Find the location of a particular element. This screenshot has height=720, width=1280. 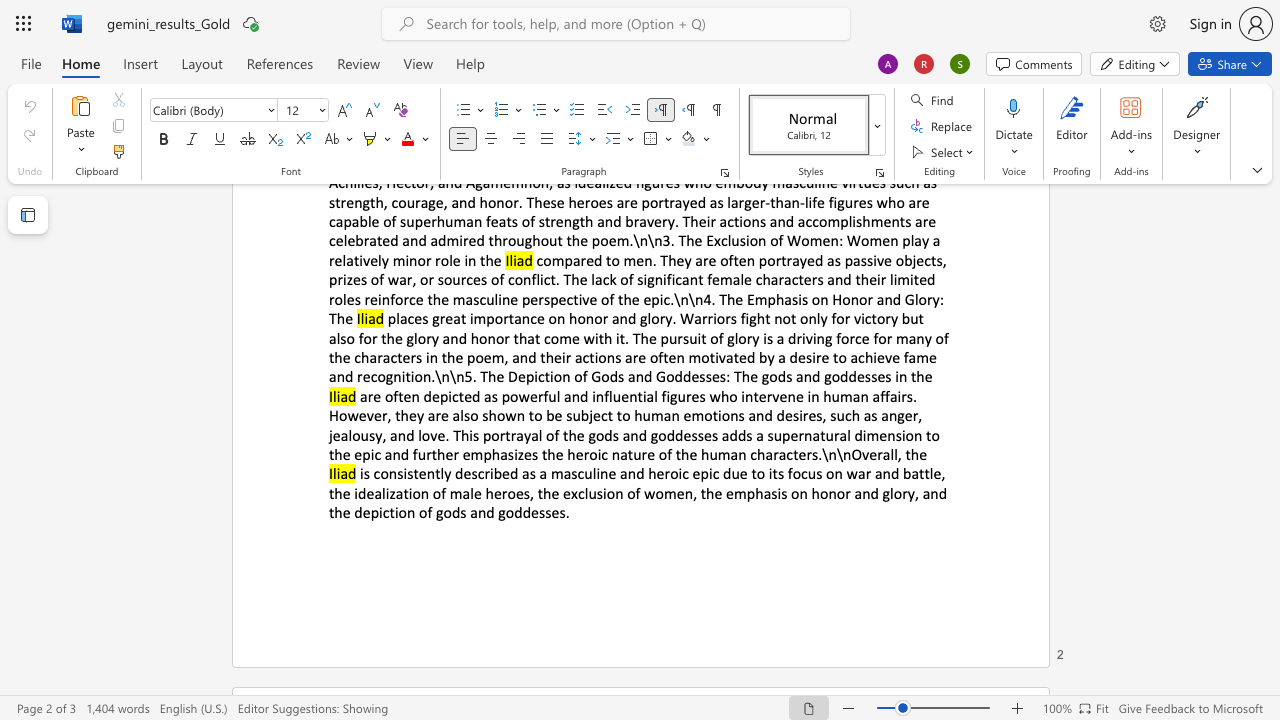

the 1th character "c" in the text is located at coordinates (376, 473).